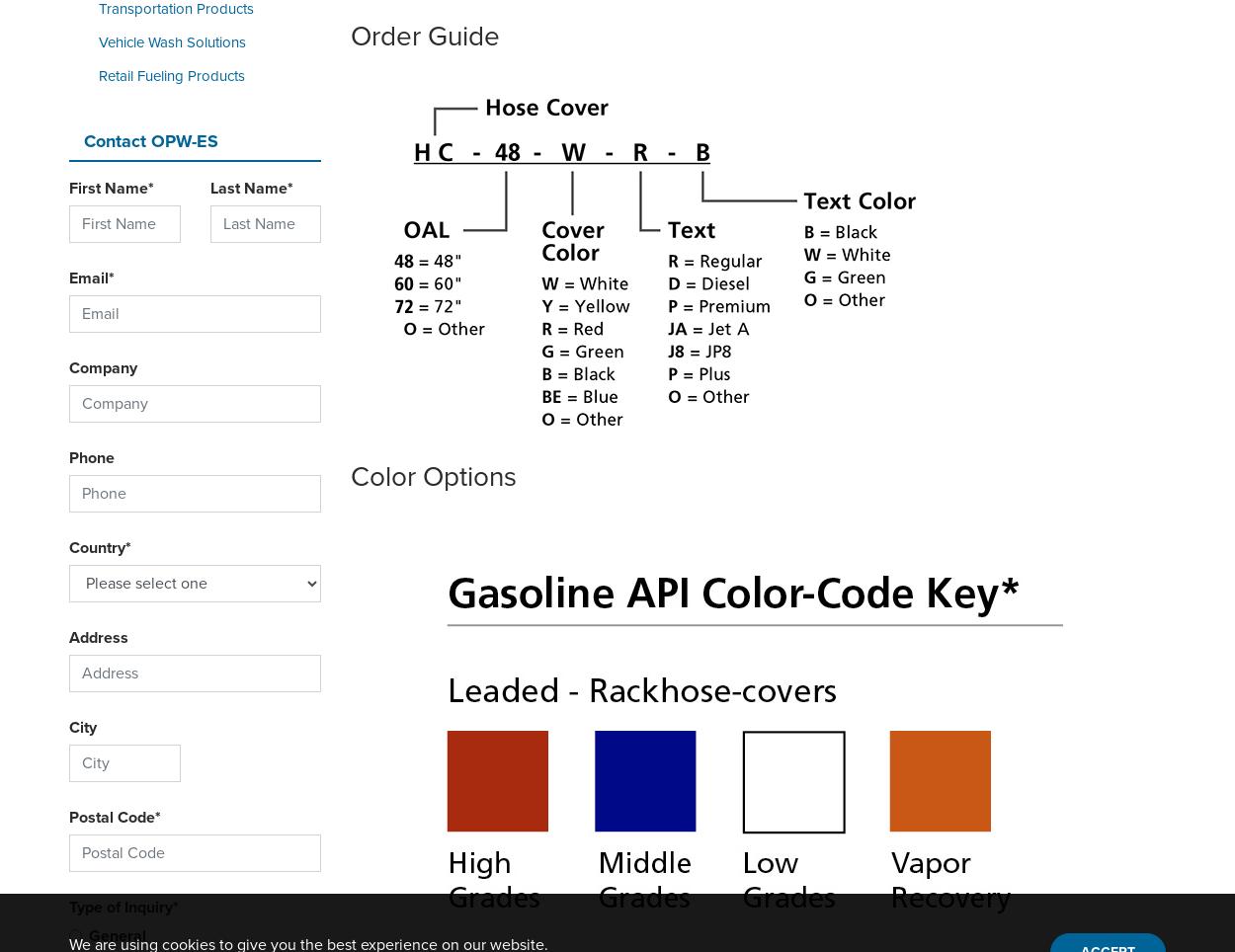 The image size is (1235, 952). What do you see at coordinates (114, 816) in the screenshot?
I see `'Postal Code*'` at bounding box center [114, 816].